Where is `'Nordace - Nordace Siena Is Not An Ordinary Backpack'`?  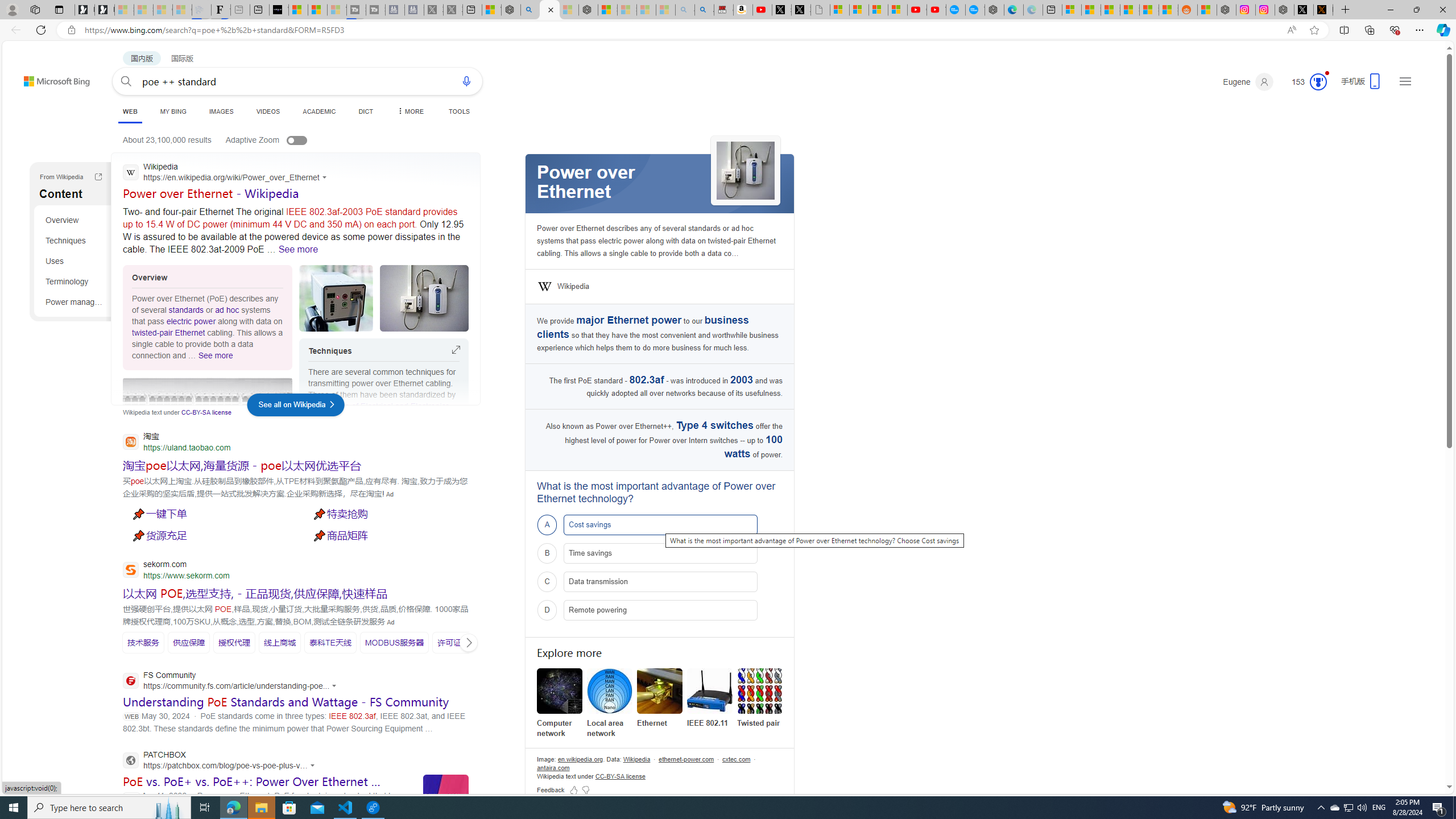 'Nordace - Nordace Siena Is Not An Ordinary Backpack' is located at coordinates (588, 9).